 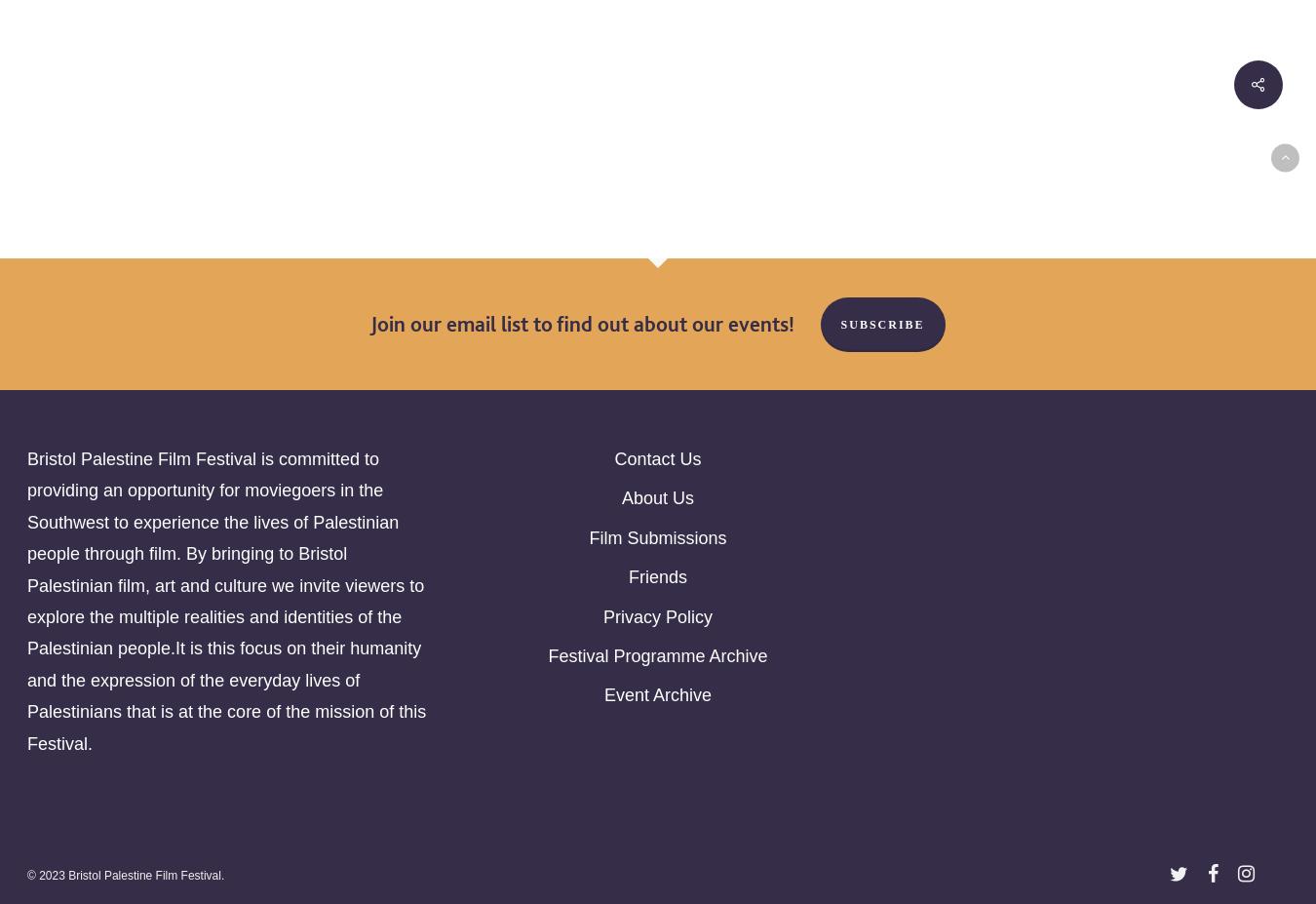 What do you see at coordinates (657, 615) in the screenshot?
I see `'Privacy Policy'` at bounding box center [657, 615].